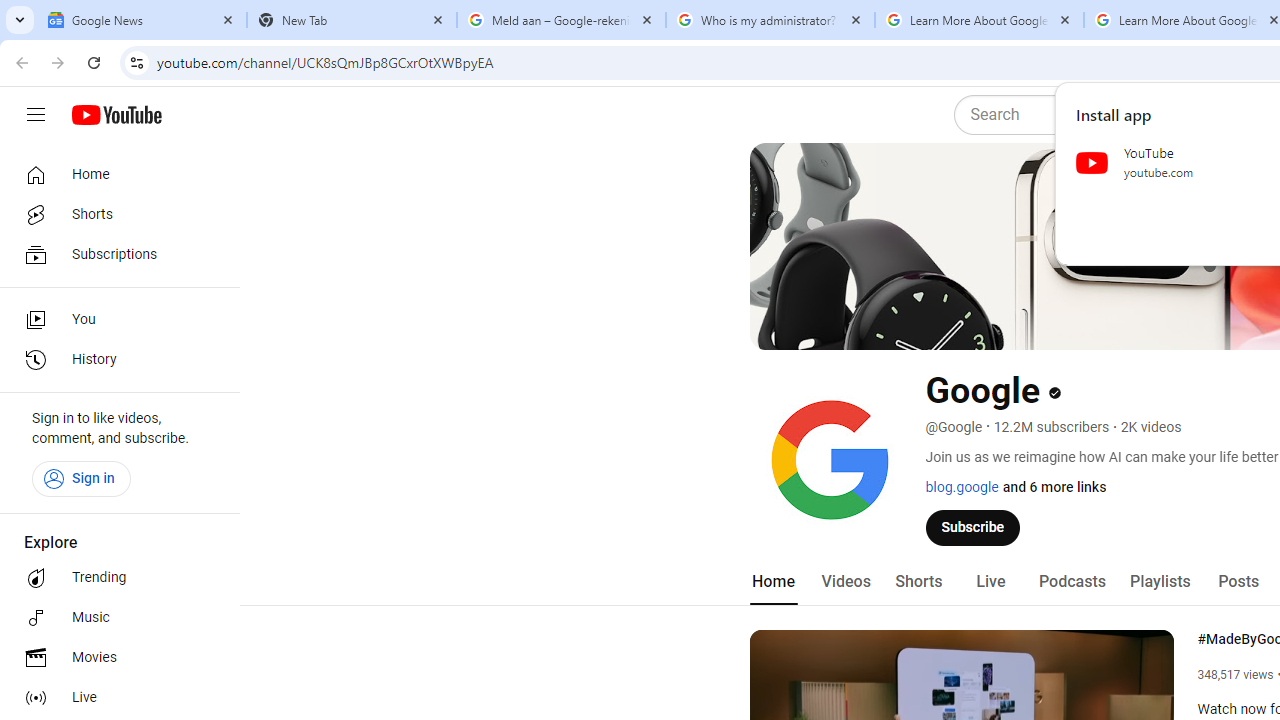  I want to click on 'Podcasts', so click(1071, 581).